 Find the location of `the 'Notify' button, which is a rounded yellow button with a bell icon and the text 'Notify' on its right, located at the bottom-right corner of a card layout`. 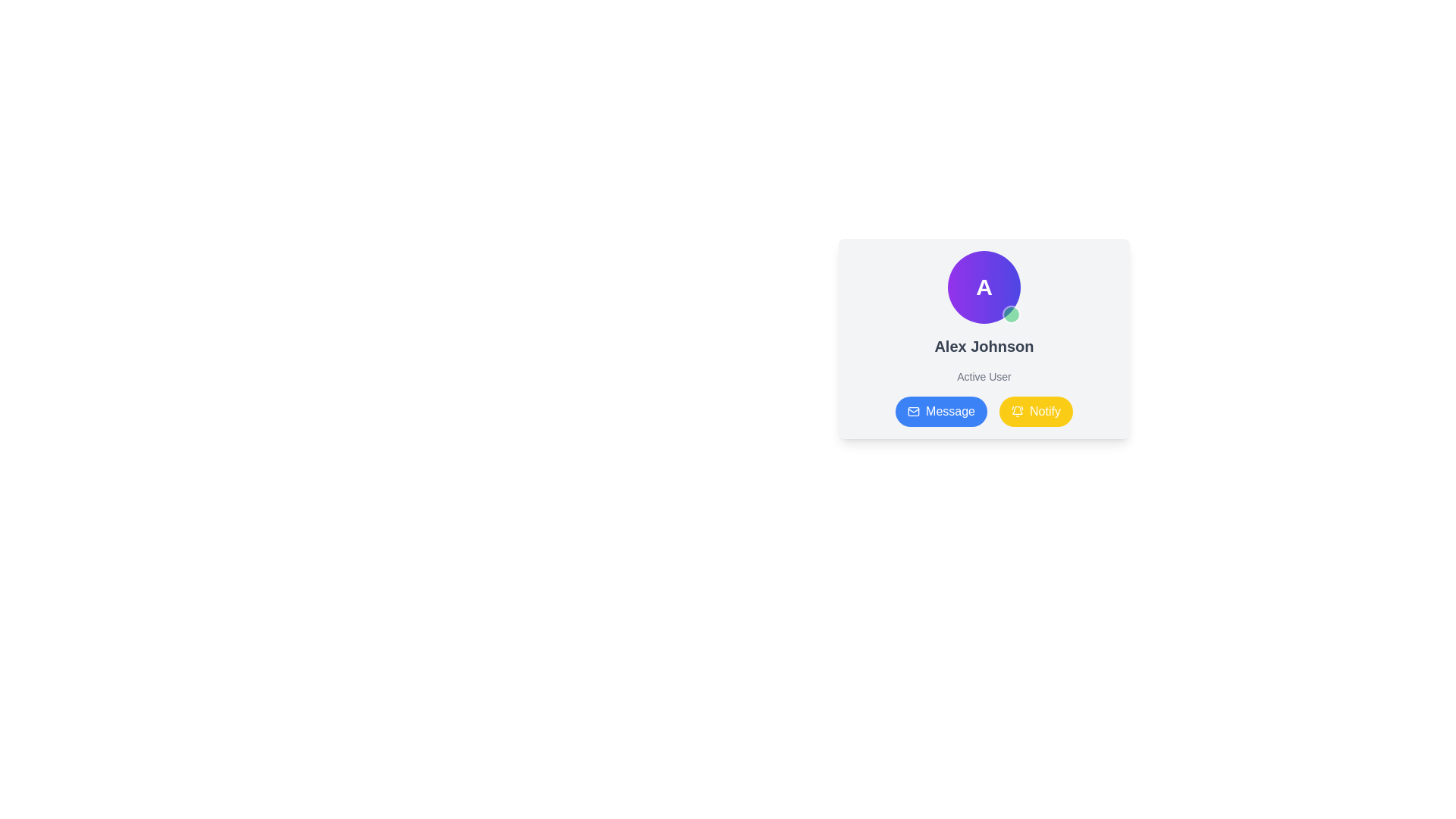

the 'Notify' button, which is a rounded yellow button with a bell icon and the text 'Notify' on its right, located at the bottom-right corner of a card layout is located at coordinates (1035, 412).